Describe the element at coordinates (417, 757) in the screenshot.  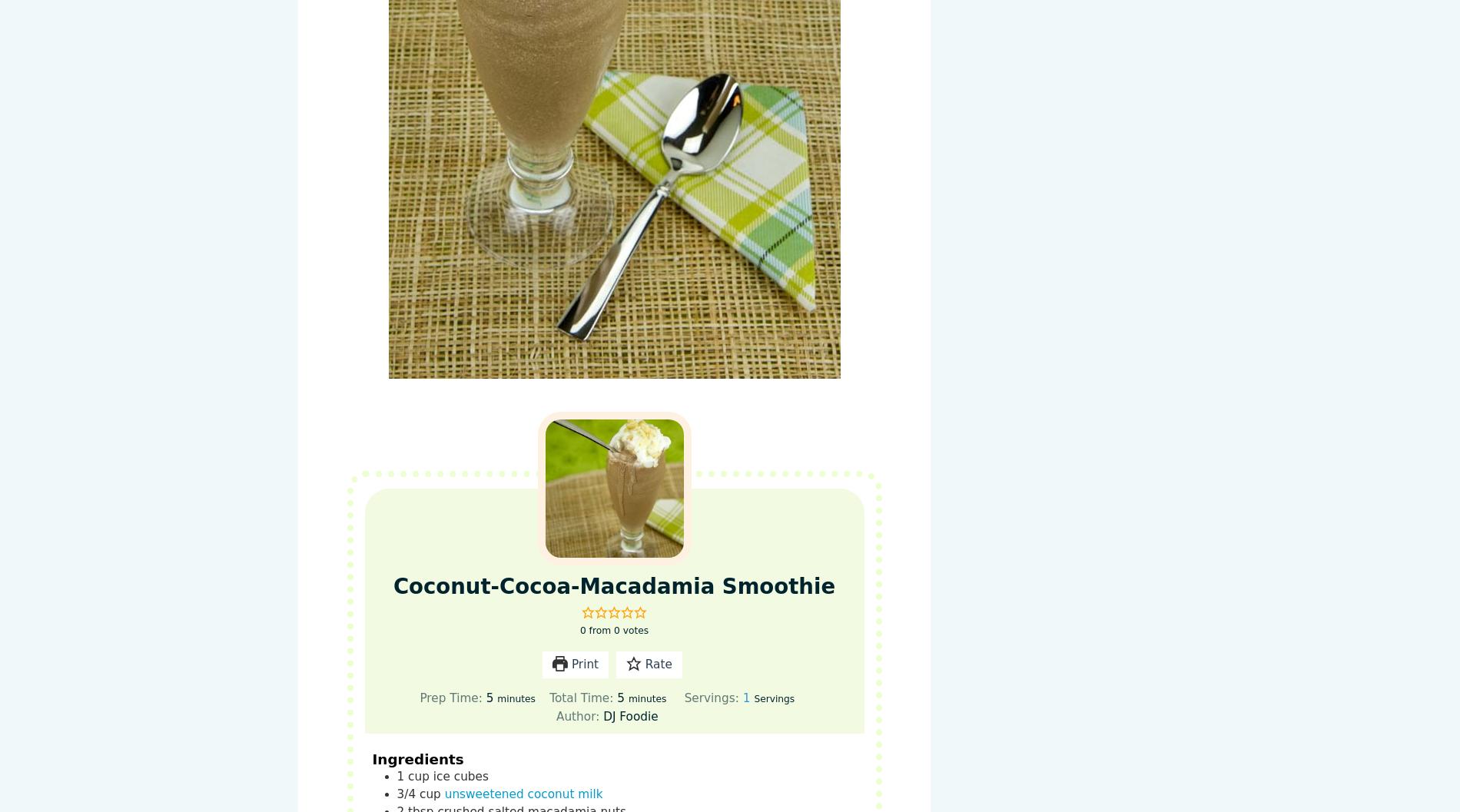
I see `'Ingredients'` at that location.